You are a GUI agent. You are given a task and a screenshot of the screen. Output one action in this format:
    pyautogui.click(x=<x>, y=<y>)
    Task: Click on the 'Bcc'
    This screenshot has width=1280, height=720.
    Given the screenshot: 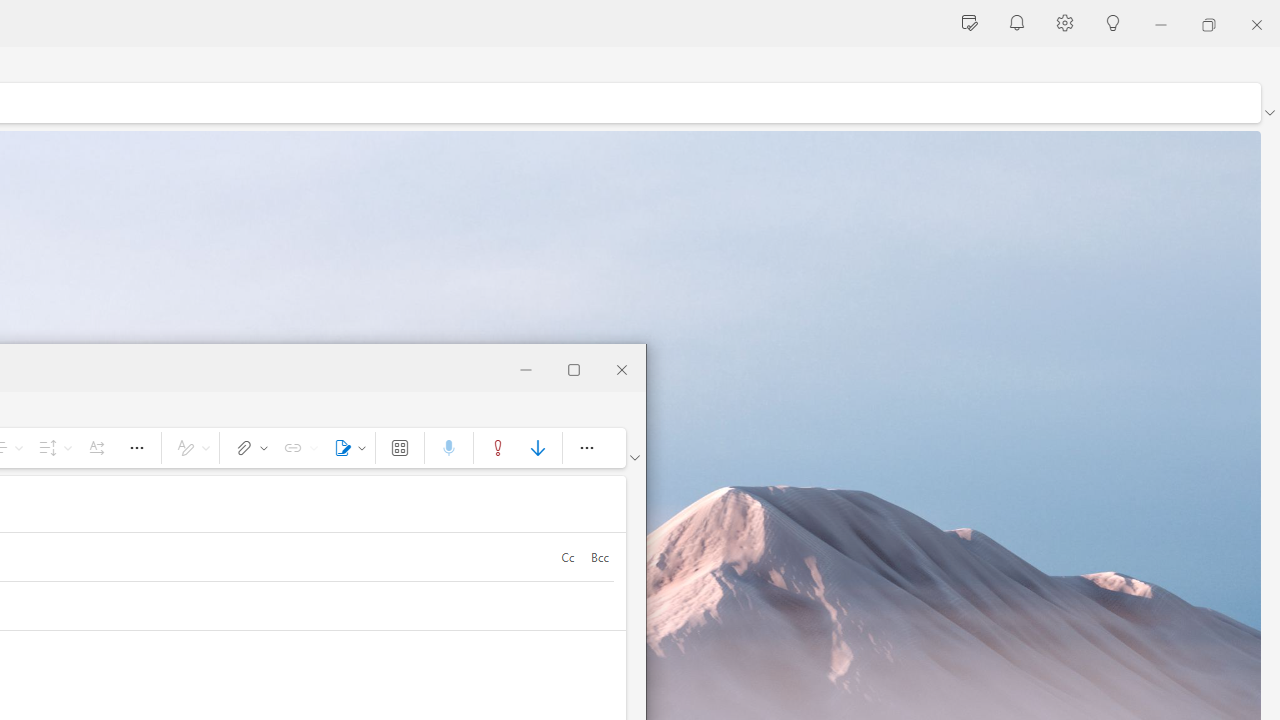 What is the action you would take?
    pyautogui.click(x=598, y=556)
    